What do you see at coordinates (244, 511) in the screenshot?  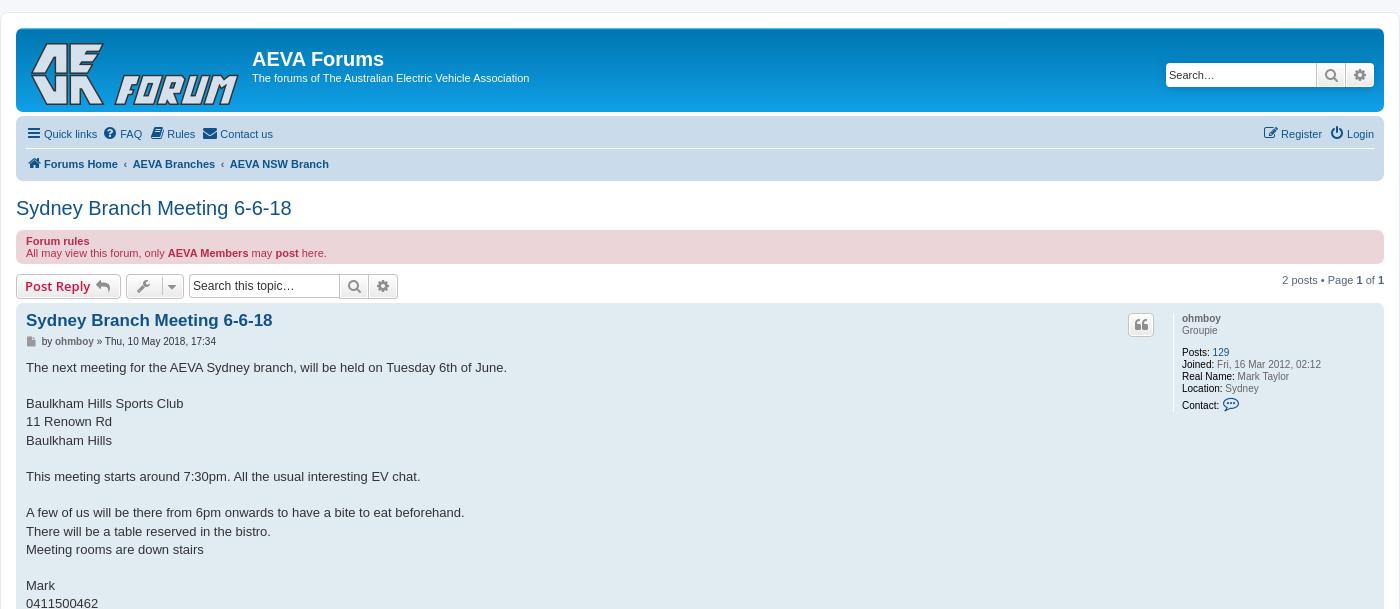 I see `'A few of us will be there from 6pm onwards to have a bite to eat beforehand.'` at bounding box center [244, 511].